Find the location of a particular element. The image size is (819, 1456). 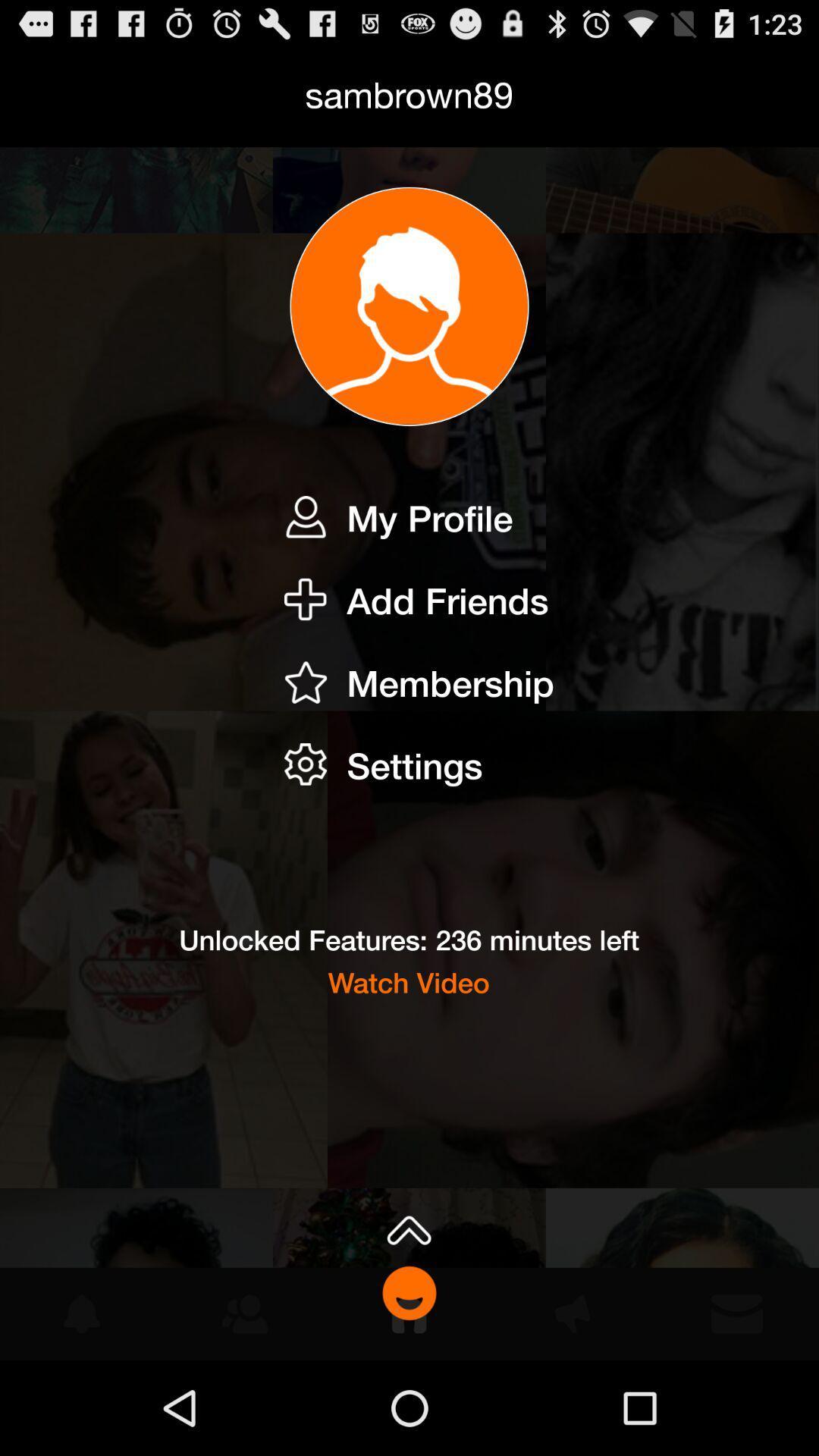

profile image is located at coordinates (409, 306).